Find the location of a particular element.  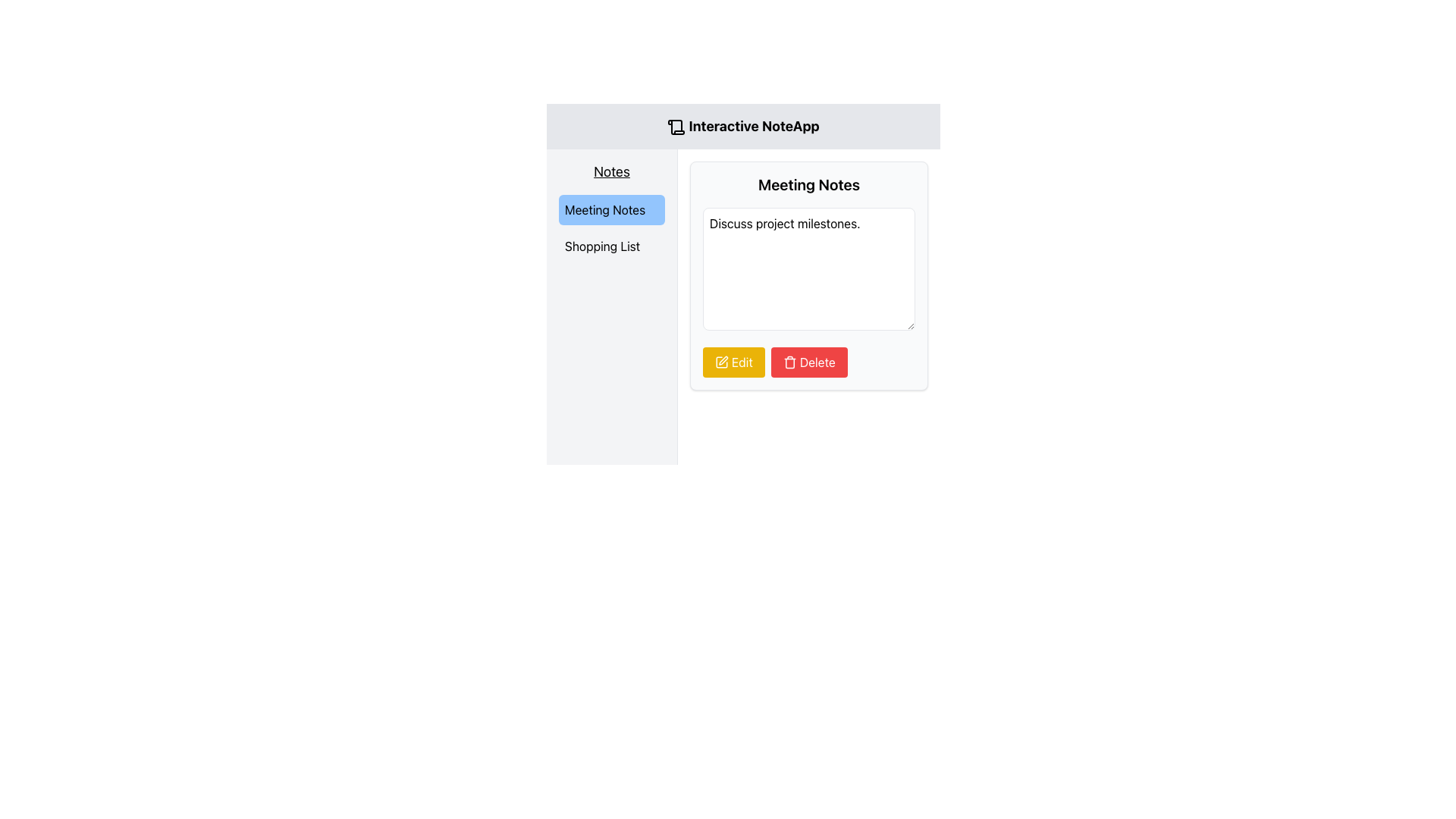

to select the 'Shopping List' note, which is the second item in the vertical list of notes located in the left sidebar of the application interface is located at coordinates (611, 245).